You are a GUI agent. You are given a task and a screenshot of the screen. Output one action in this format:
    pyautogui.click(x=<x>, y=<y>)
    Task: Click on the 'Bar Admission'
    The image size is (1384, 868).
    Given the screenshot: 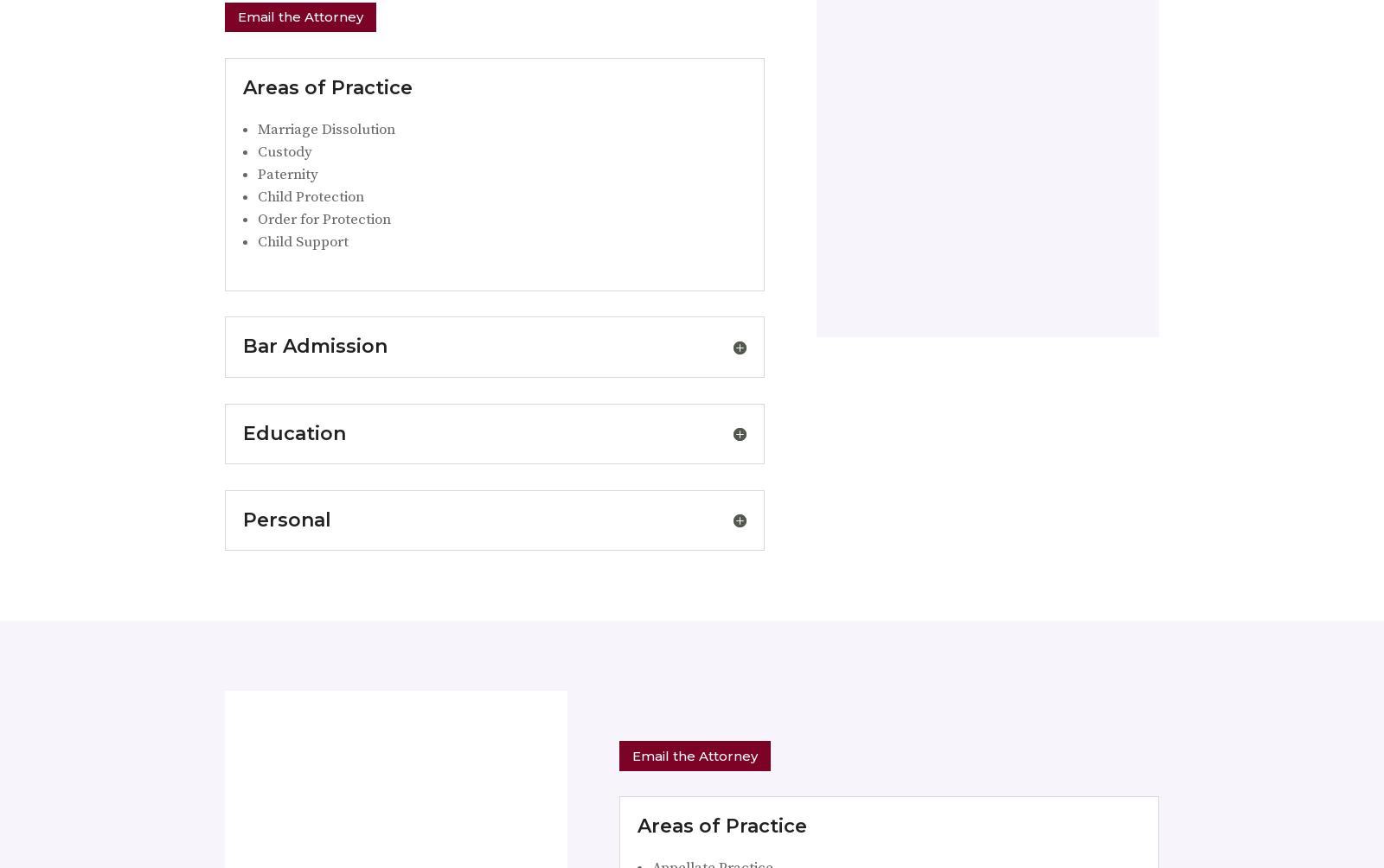 What is the action you would take?
    pyautogui.click(x=315, y=345)
    